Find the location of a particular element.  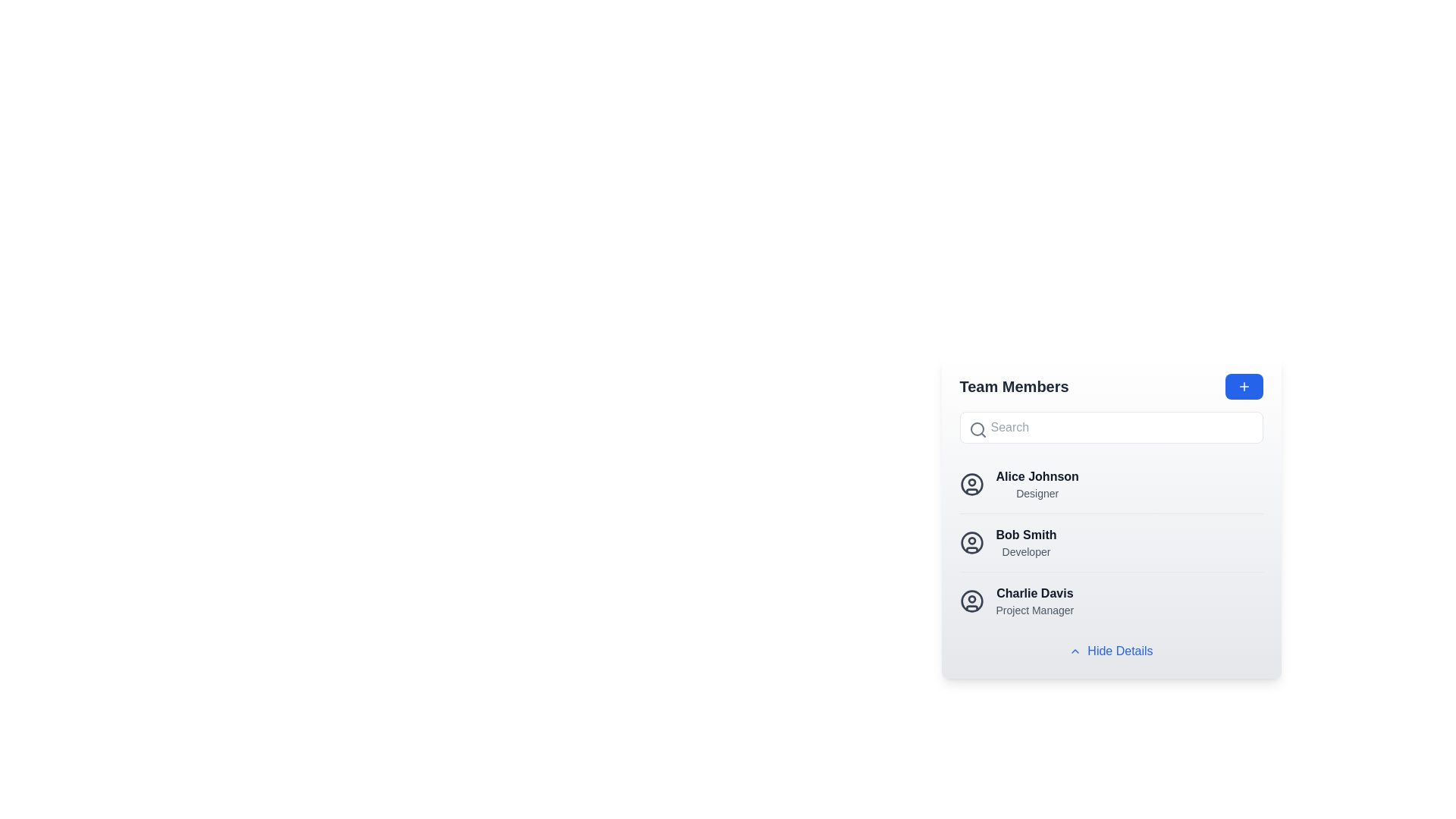

the Vector icon (chevron-up) to possibly trigger a tooltip or style change is located at coordinates (1075, 651).